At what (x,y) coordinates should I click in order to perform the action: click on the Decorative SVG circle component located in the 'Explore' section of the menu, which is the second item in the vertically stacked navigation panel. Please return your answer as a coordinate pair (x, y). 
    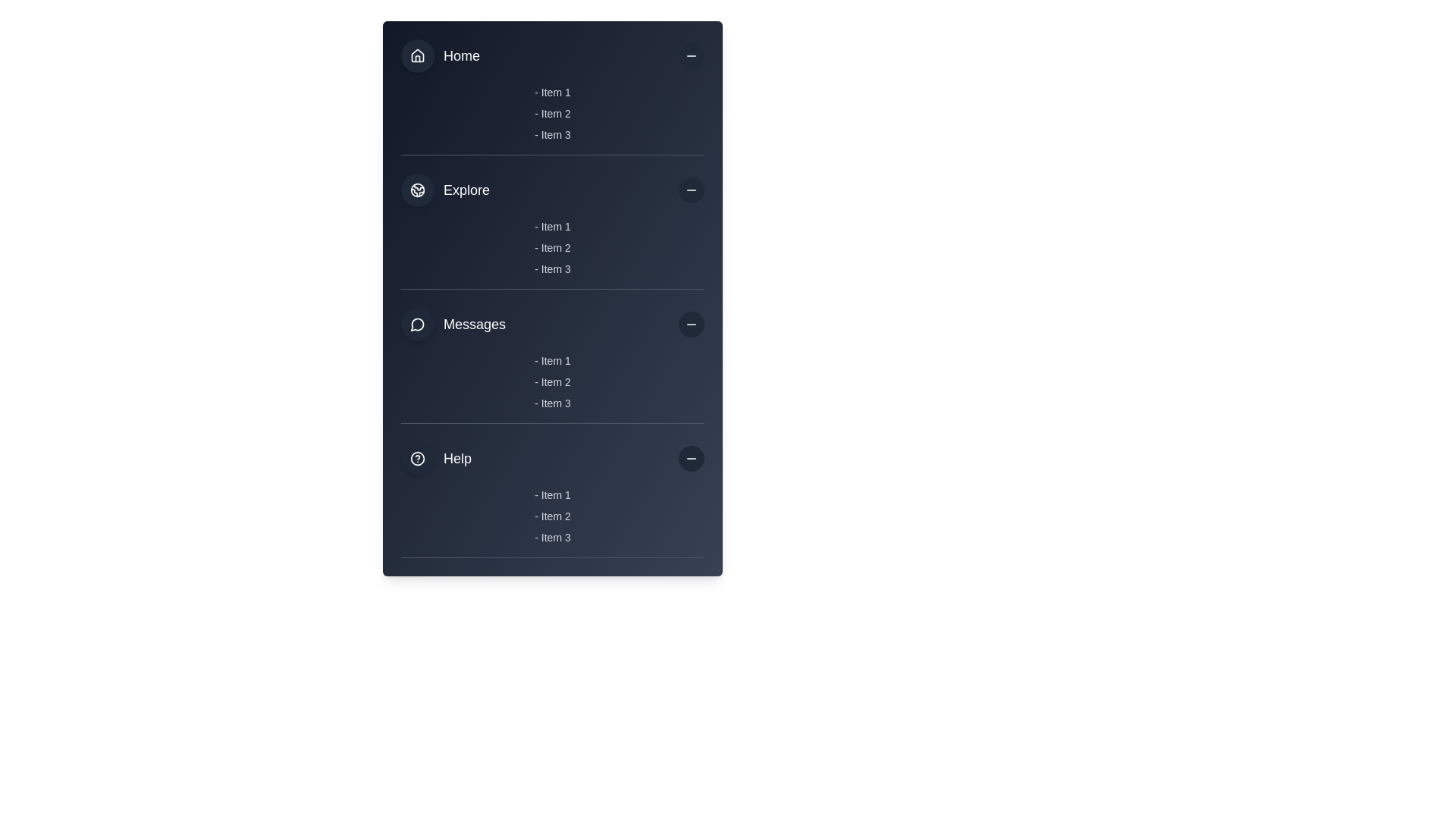
    Looking at the image, I should click on (418, 189).